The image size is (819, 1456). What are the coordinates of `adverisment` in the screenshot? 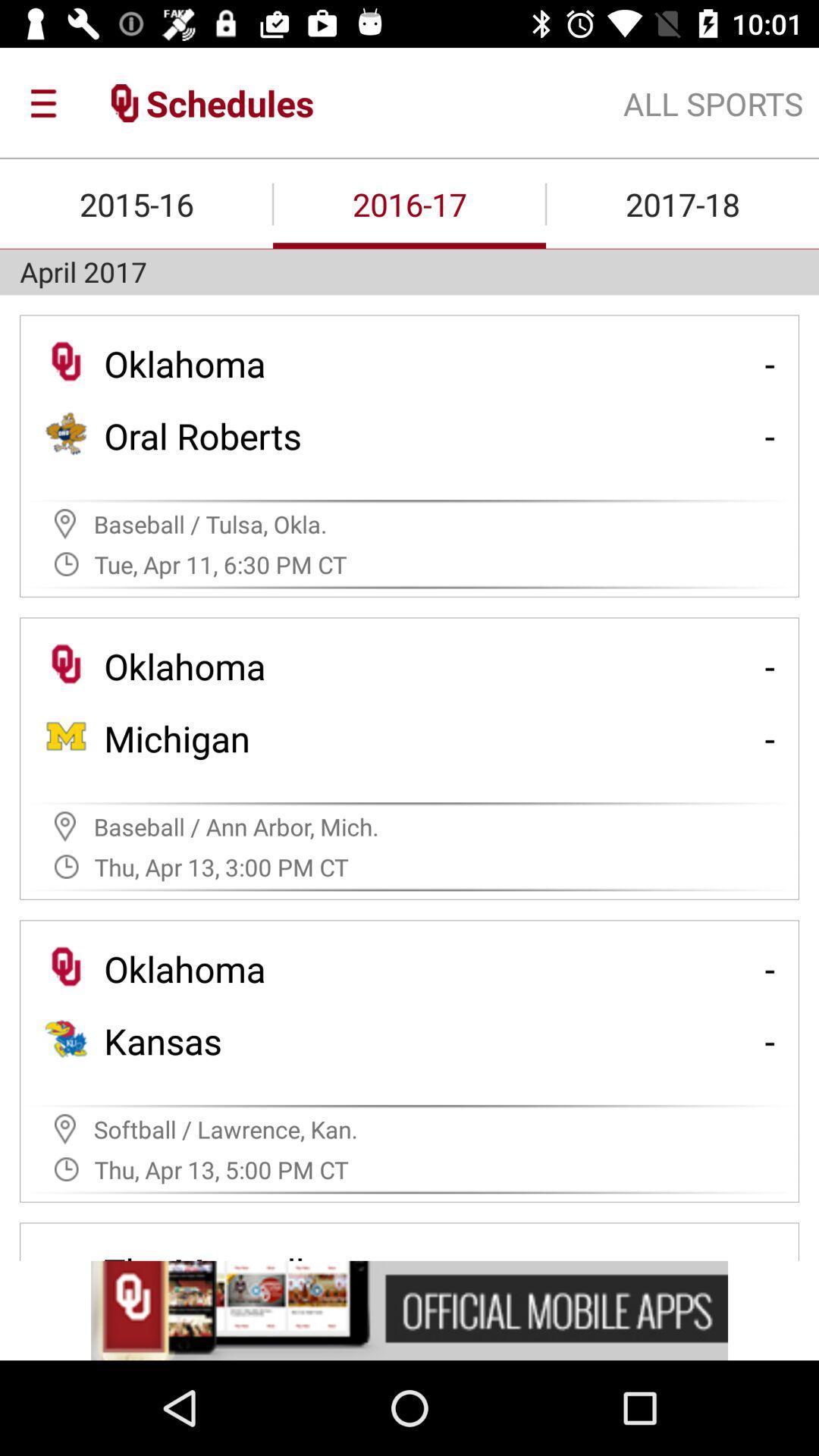 It's located at (409, 1310).